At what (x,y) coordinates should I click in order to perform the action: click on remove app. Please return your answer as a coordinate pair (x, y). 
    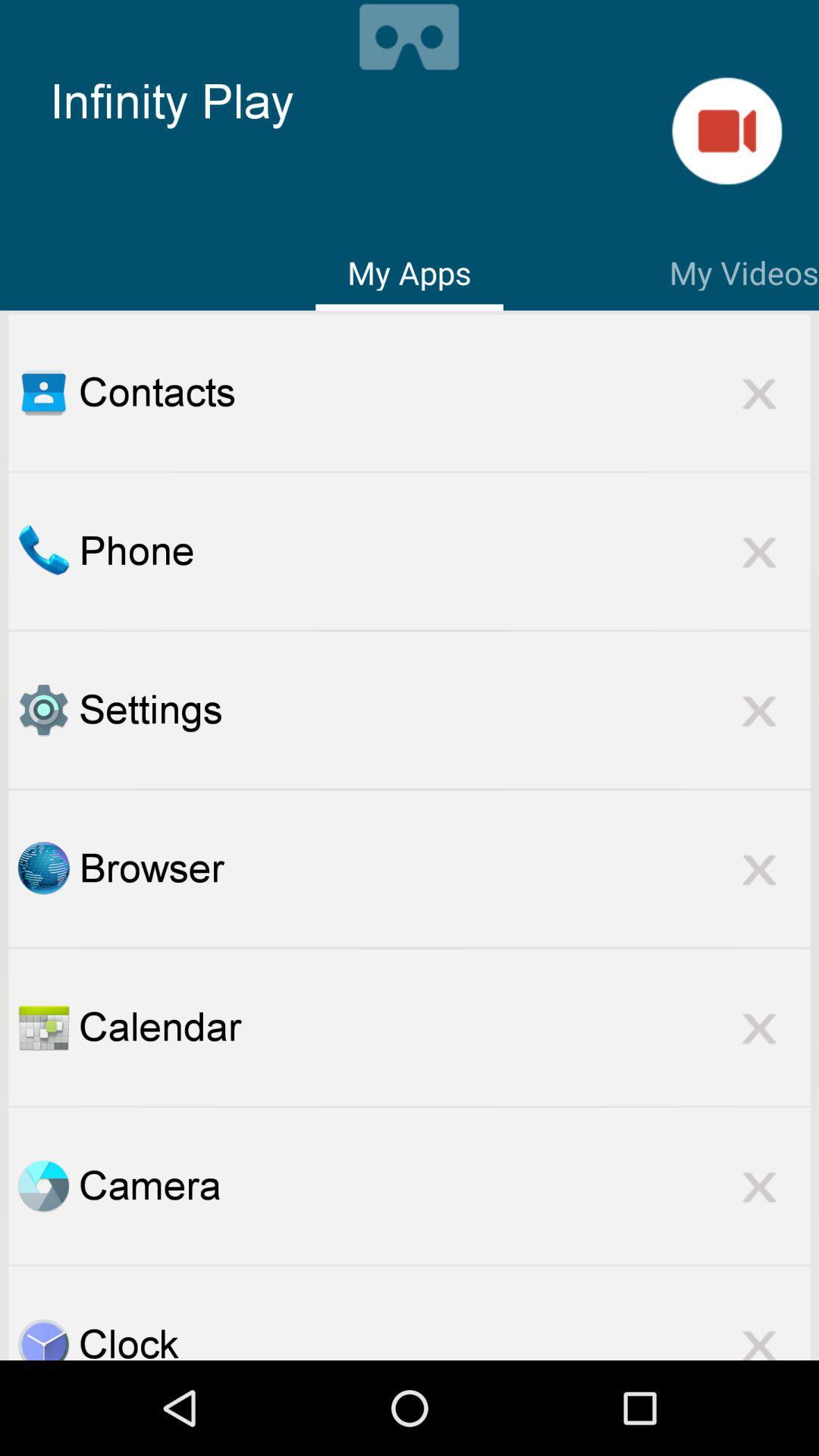
    Looking at the image, I should click on (759, 551).